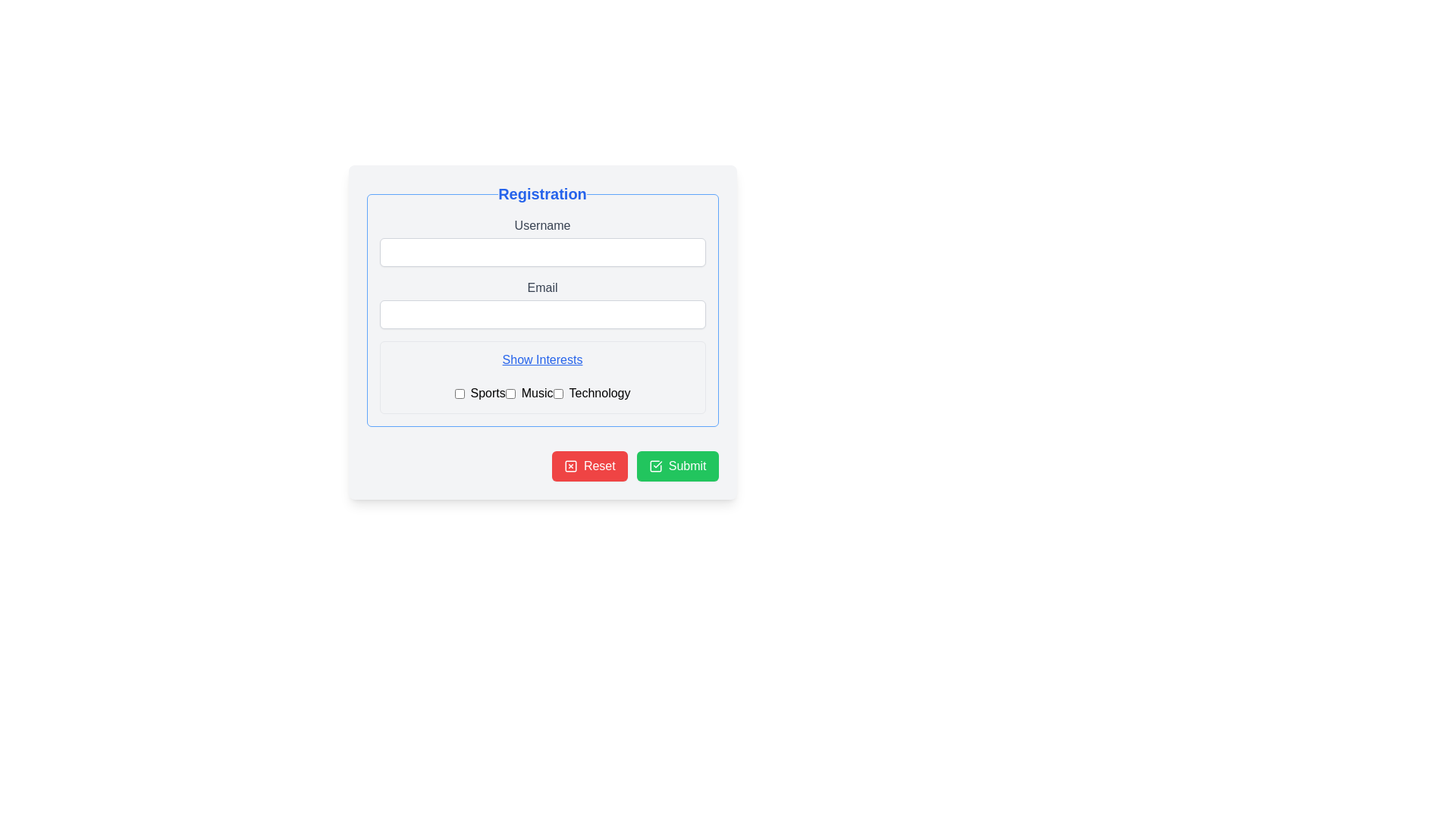  I want to click on the horizontally elongated text input field with a light border and rounded corners located beneath the 'Username' label in the registration form to enable typing, so click(542, 251).